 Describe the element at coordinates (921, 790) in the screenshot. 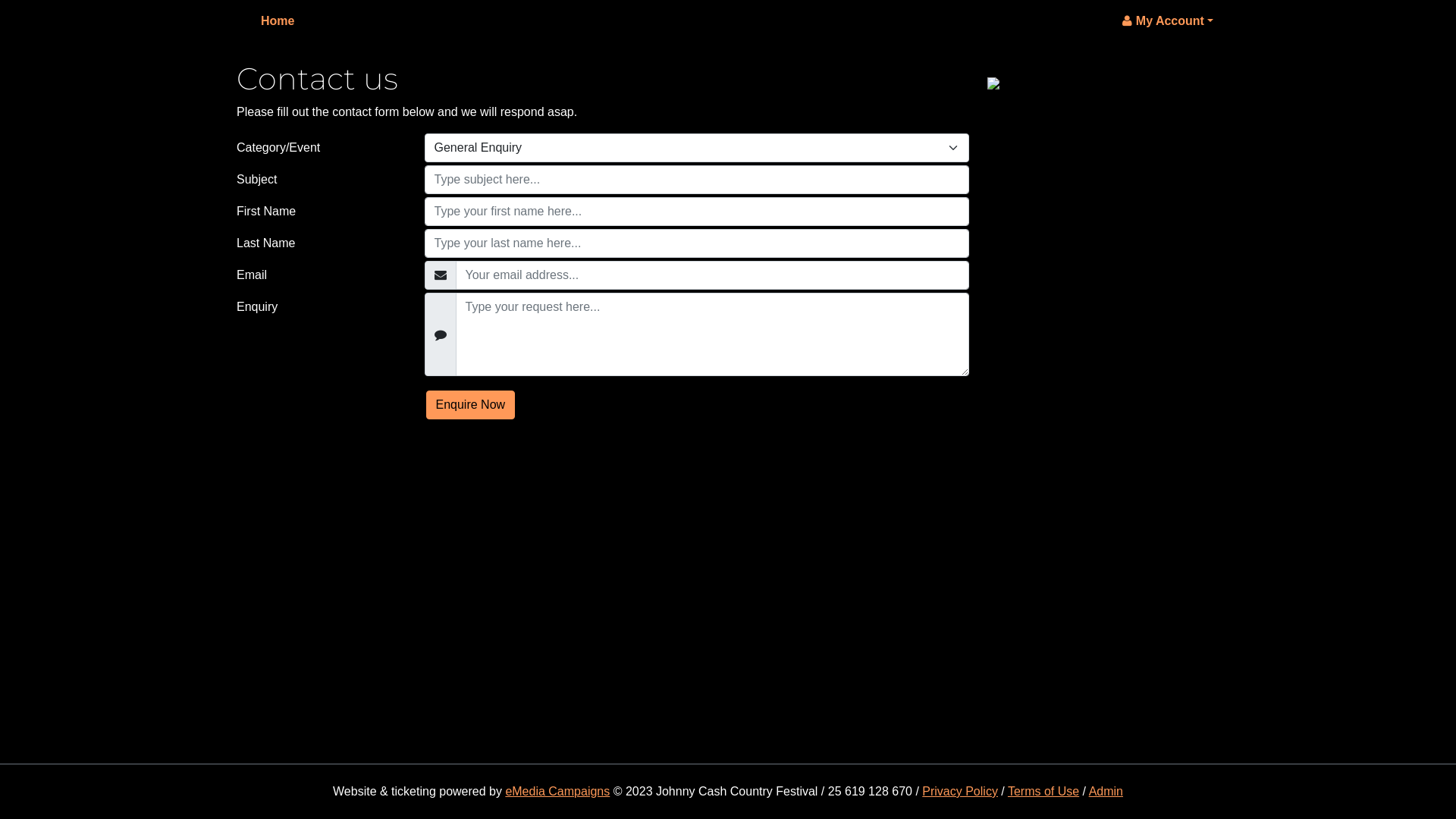

I see `'Privacy Policy'` at that location.